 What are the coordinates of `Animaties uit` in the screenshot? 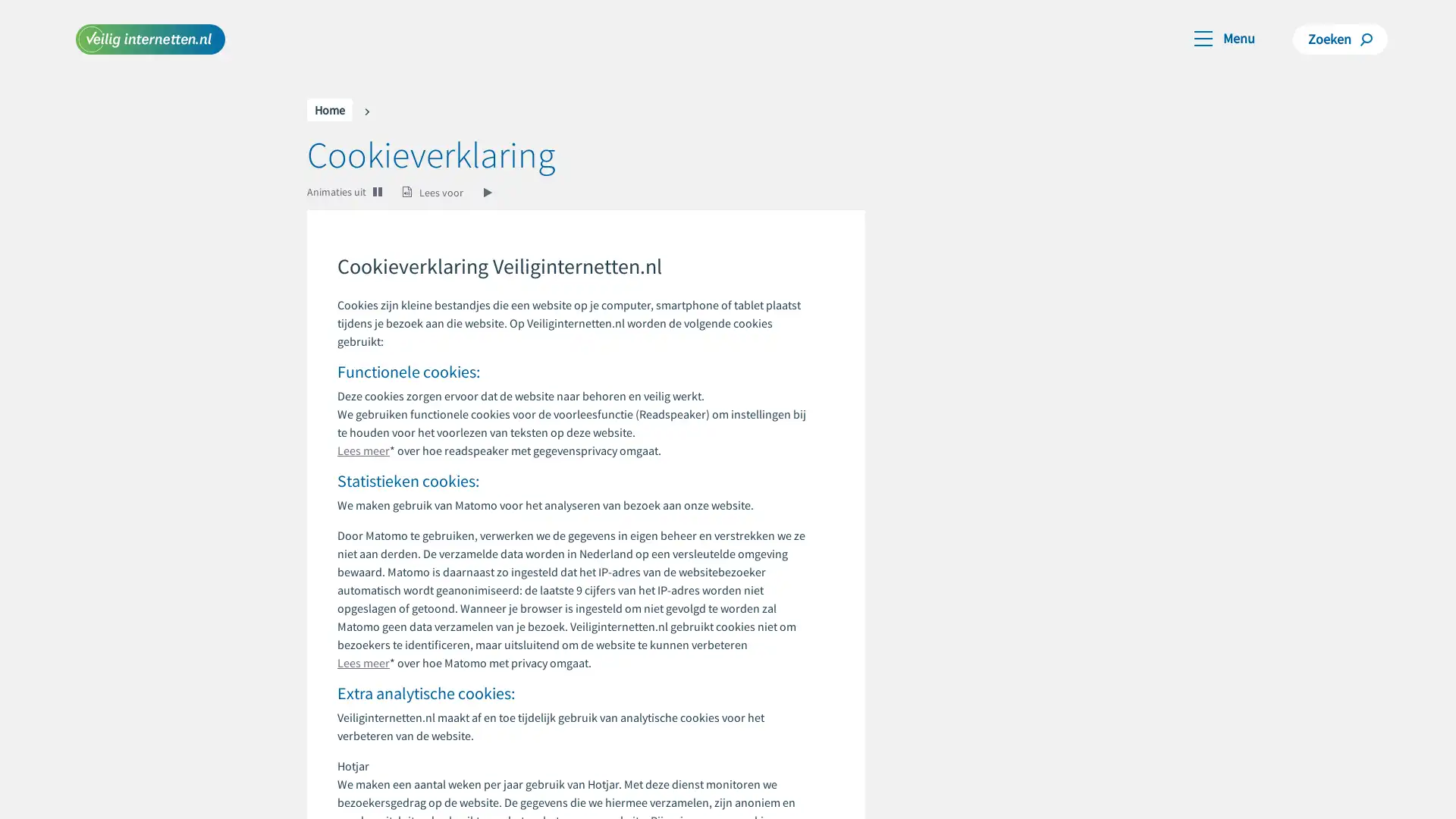 It's located at (336, 190).